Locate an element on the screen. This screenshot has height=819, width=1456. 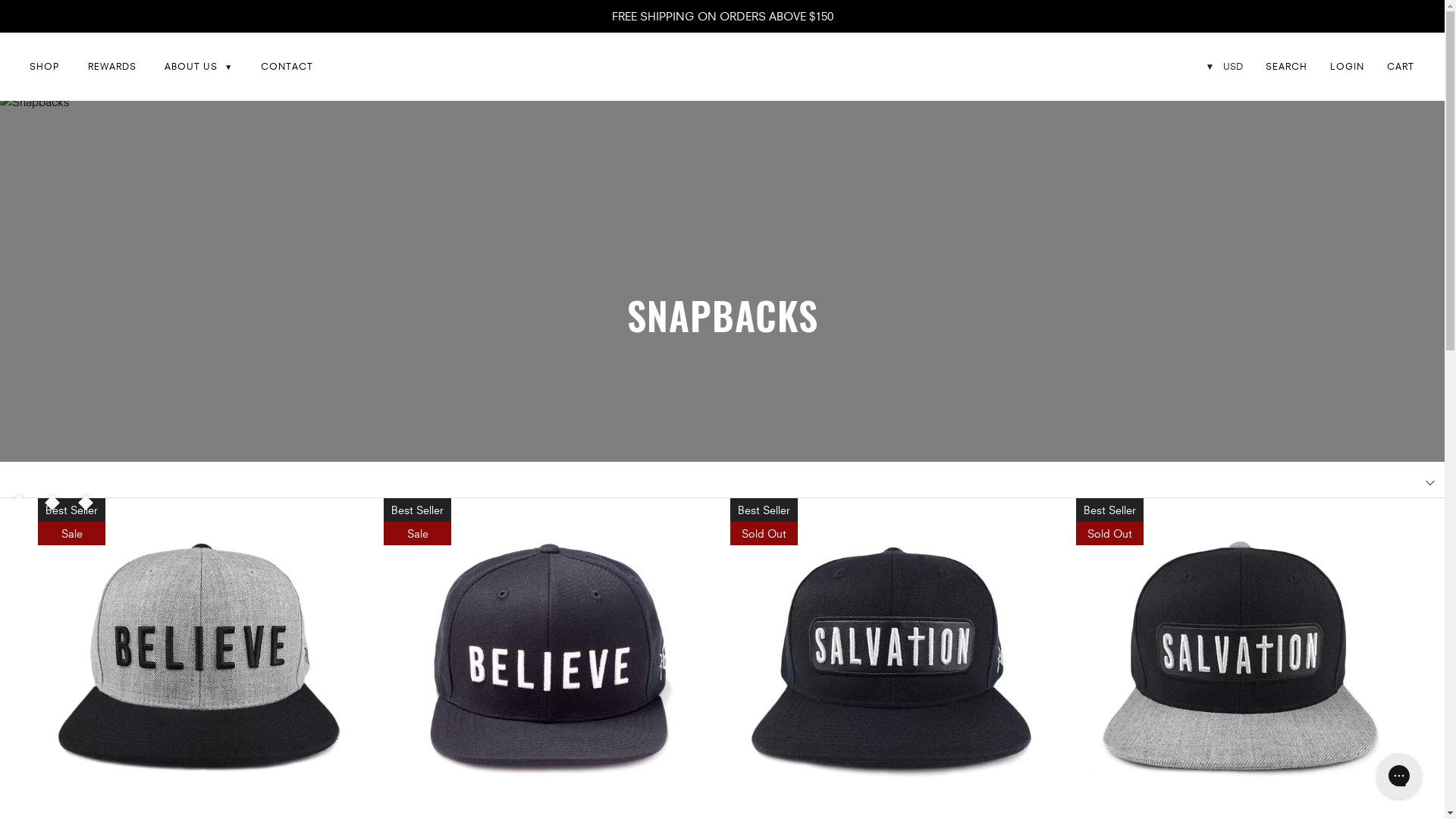
'GBP' is located at coordinates (1203, 177).